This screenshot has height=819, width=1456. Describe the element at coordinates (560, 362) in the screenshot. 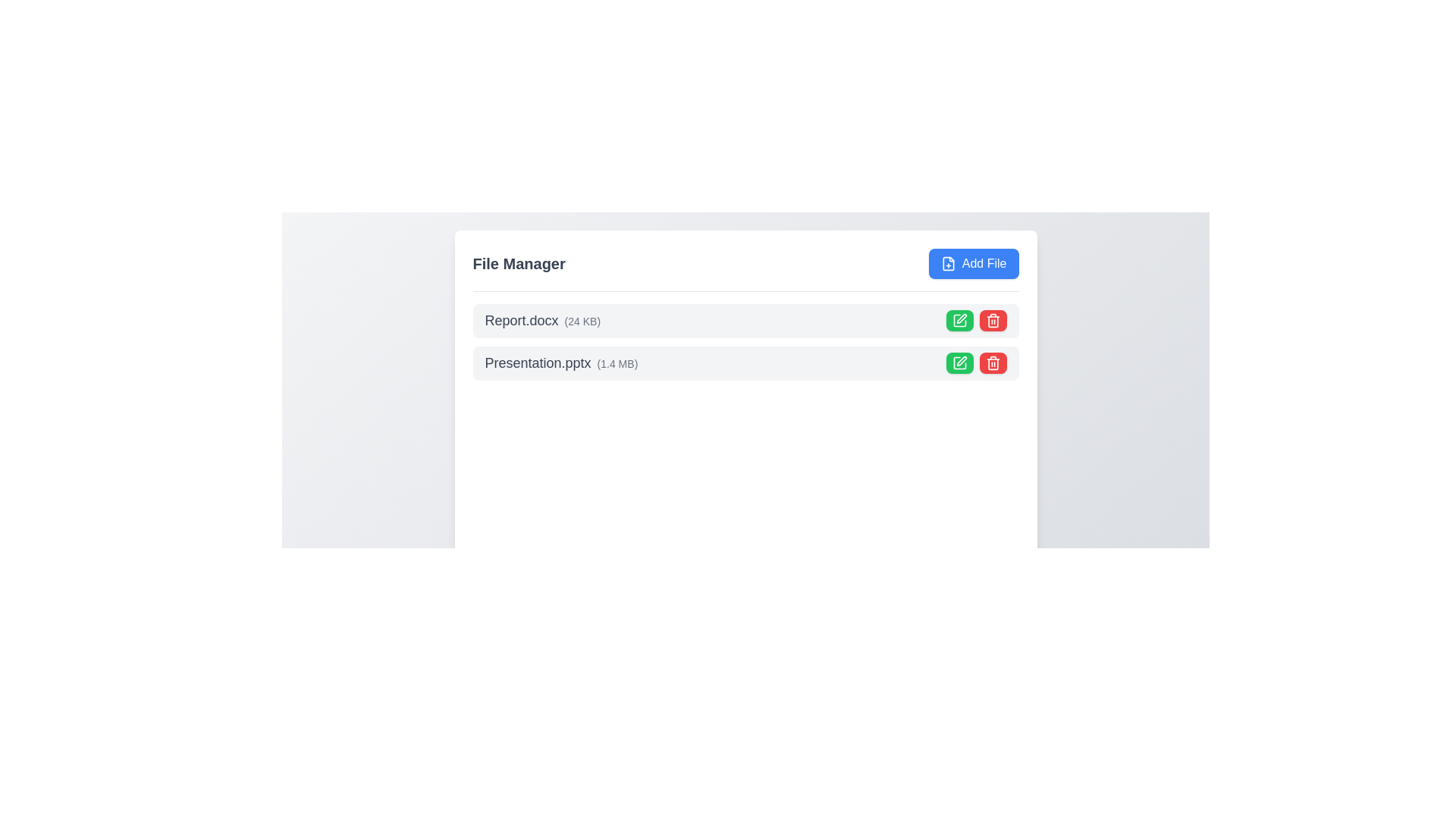

I see `the Text Label displaying the name and size of a file in the second row of the file listing, located beneath 'Report.docx (24 KB)'` at that location.